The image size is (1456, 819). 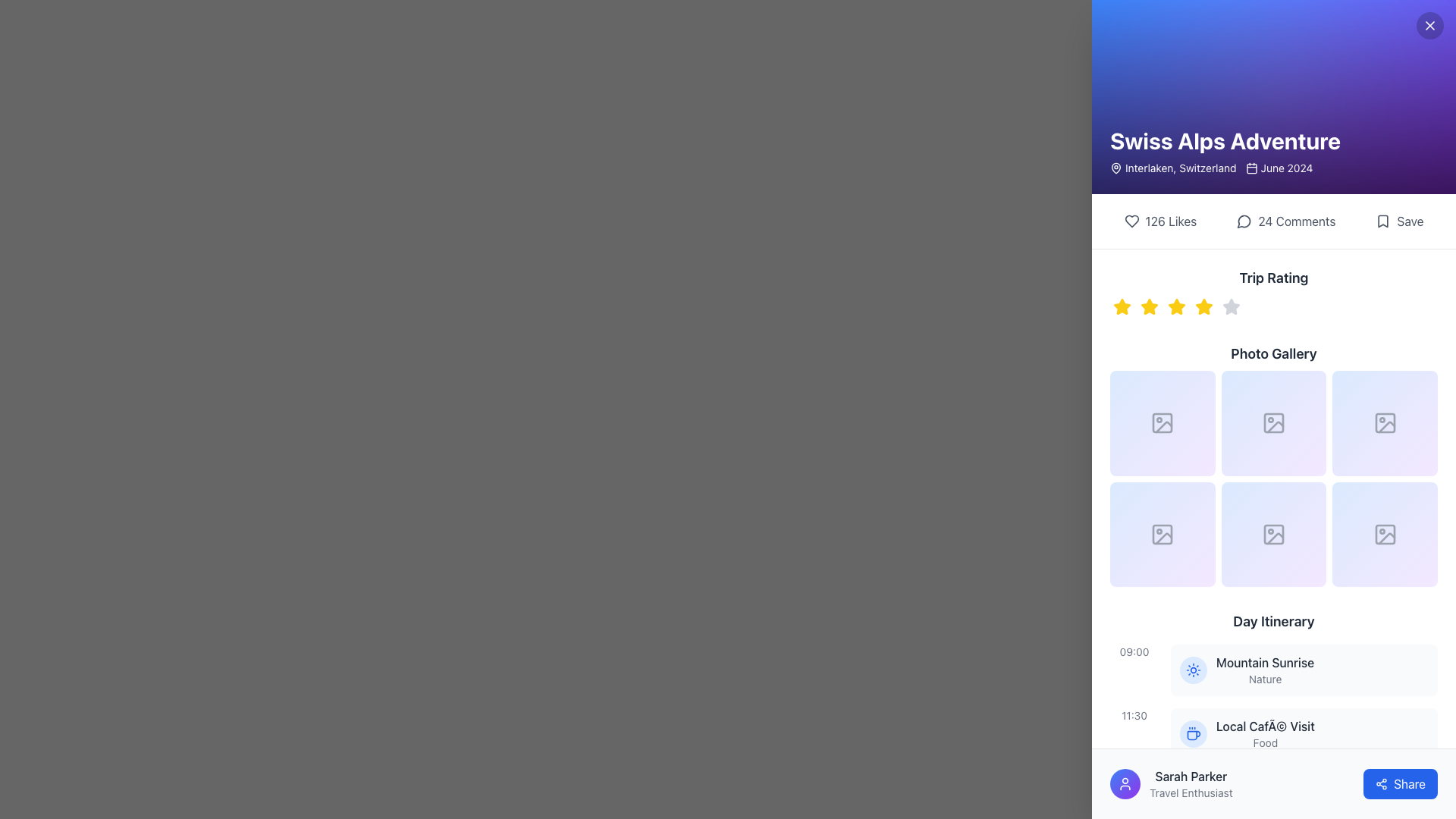 I want to click on the Informative entry component for the 11:30 time slot in the Day Itinerary section, so click(x=1303, y=733).